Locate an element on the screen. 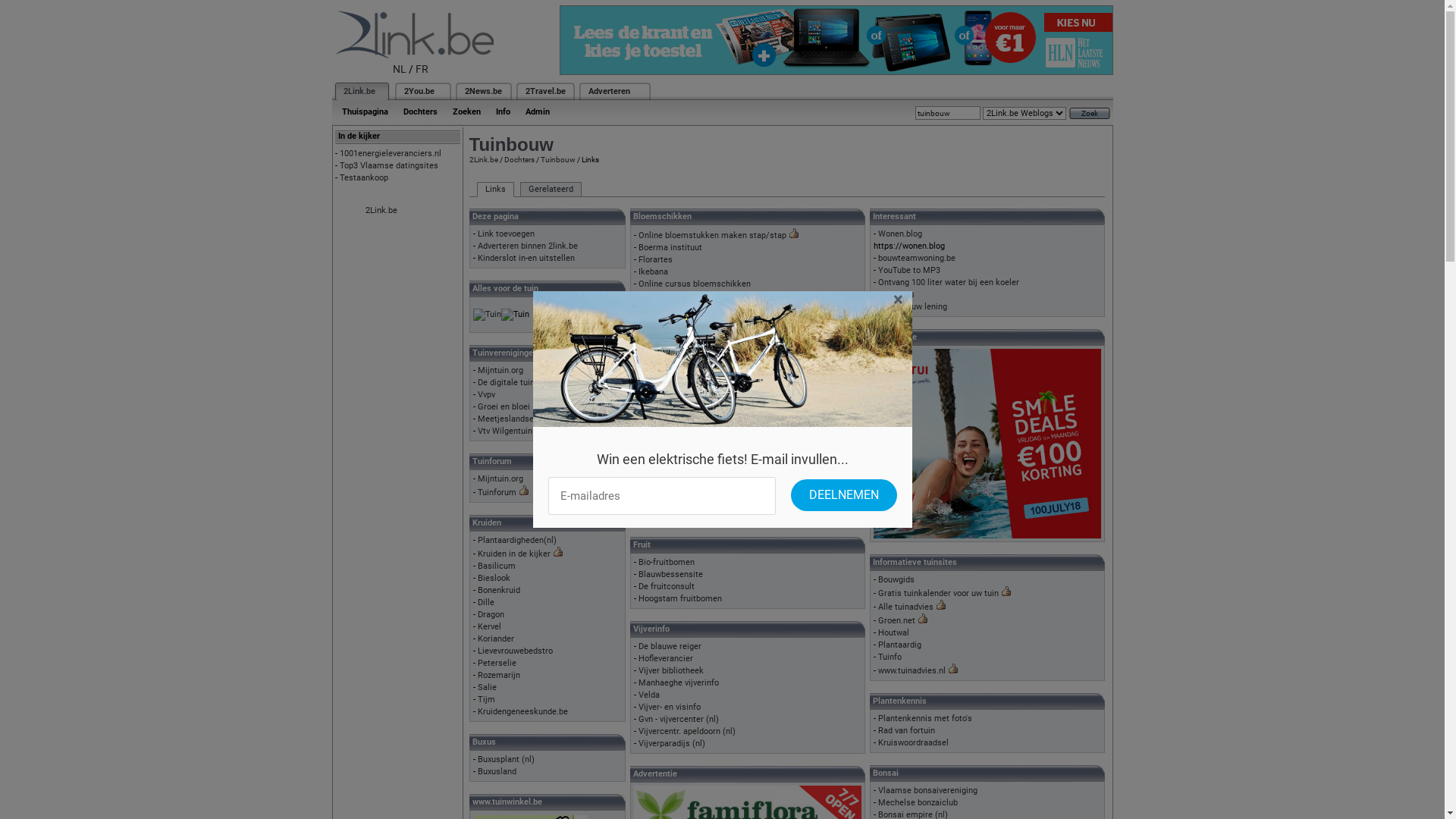 Image resolution: width=1456 pixels, height=819 pixels. 'Meetjeslandse tuinclub' is located at coordinates (476, 419).